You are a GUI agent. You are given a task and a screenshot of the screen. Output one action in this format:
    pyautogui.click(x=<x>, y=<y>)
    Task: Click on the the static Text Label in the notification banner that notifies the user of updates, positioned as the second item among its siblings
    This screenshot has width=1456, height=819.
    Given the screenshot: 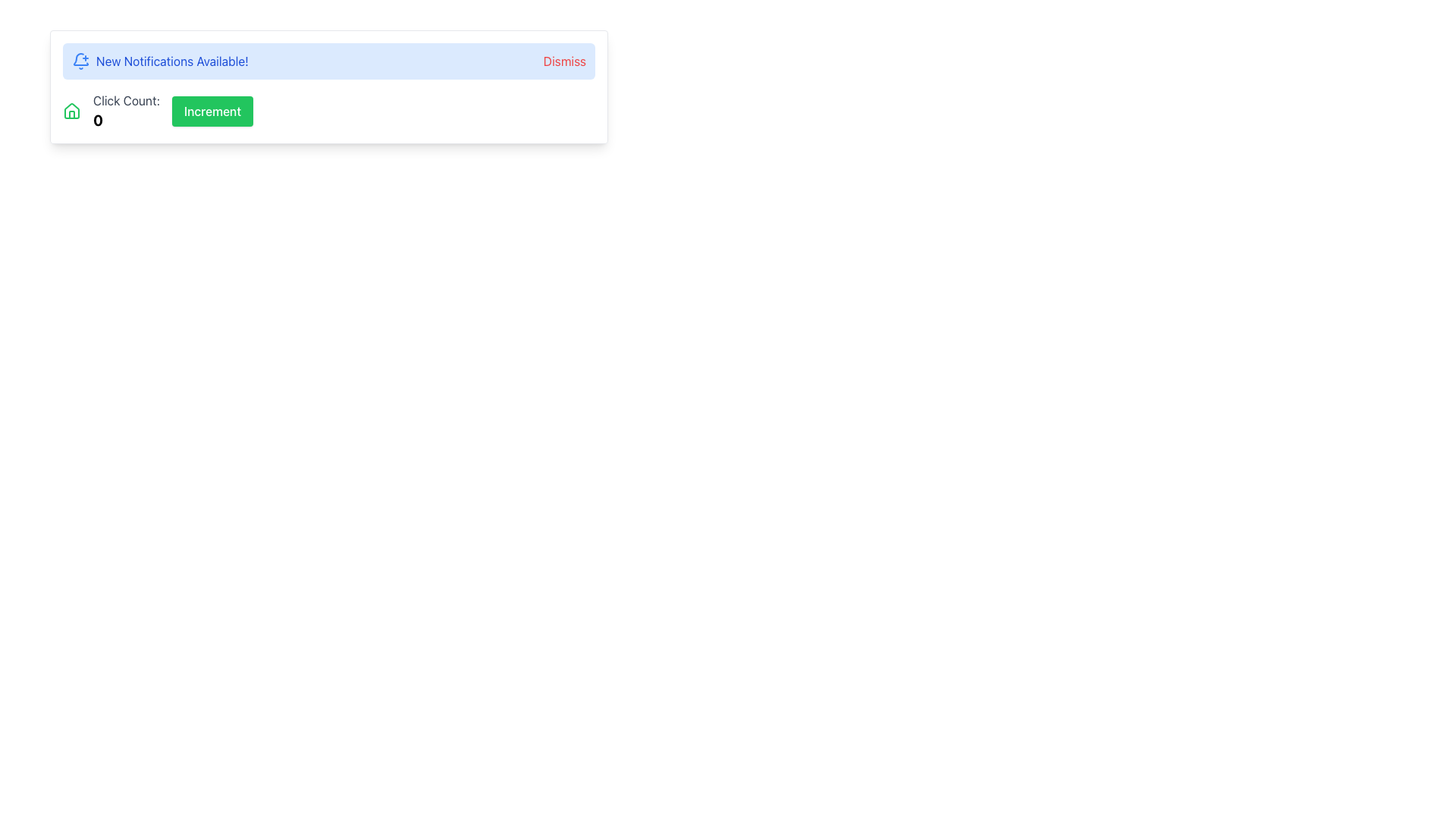 What is the action you would take?
    pyautogui.click(x=172, y=61)
    